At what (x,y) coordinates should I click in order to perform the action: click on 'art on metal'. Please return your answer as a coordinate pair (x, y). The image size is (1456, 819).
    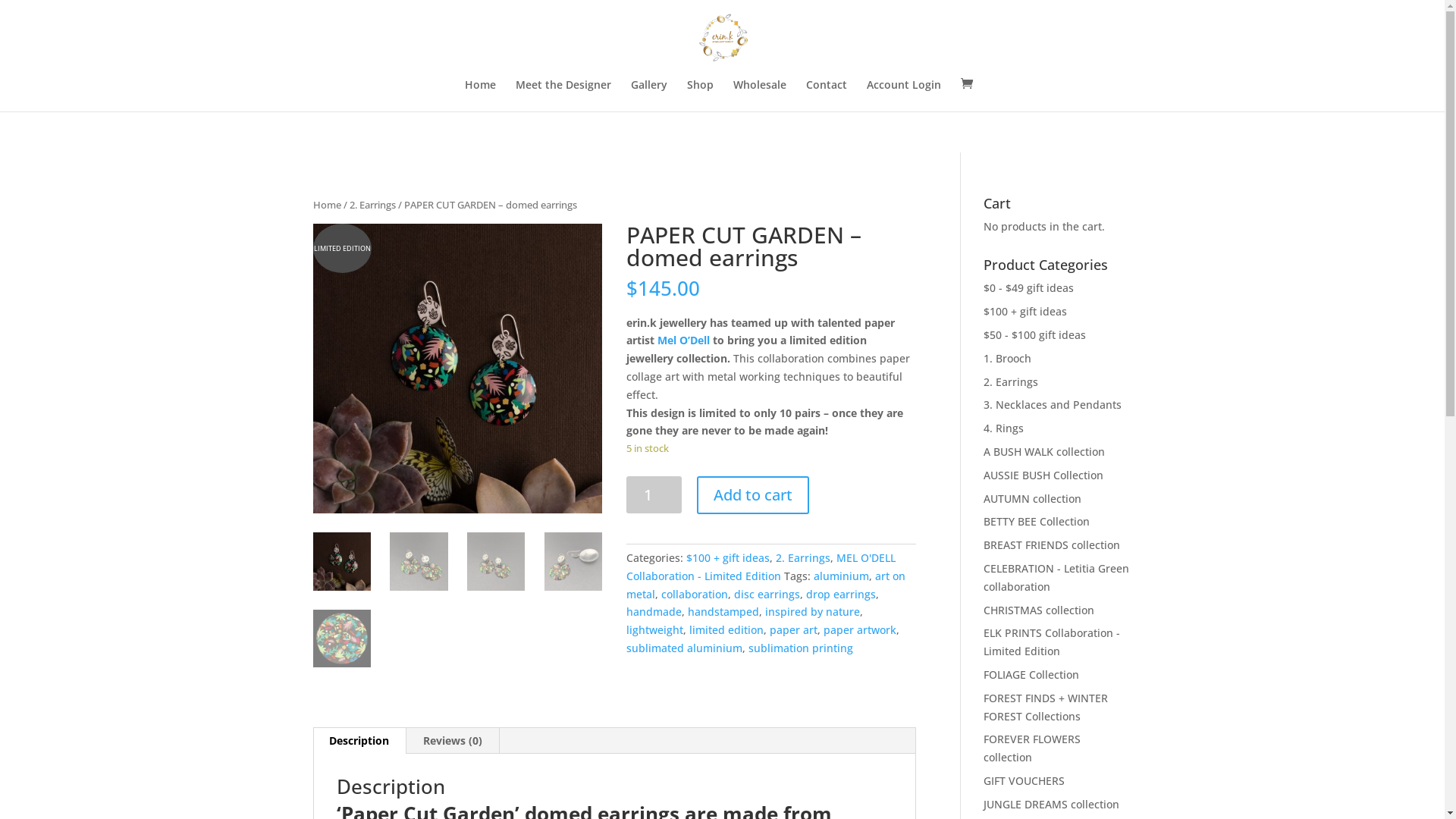
    Looking at the image, I should click on (626, 584).